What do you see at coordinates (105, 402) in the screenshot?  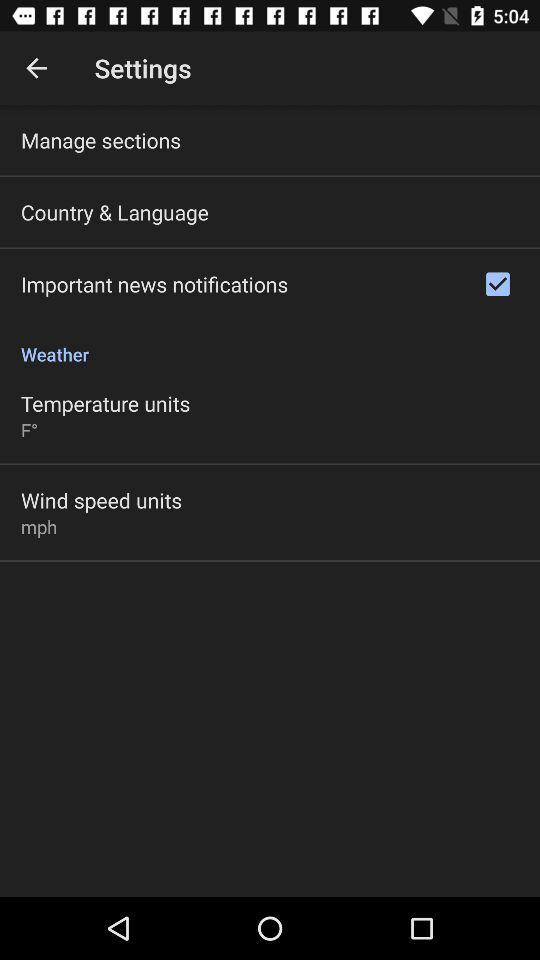 I see `the temperature units icon` at bounding box center [105, 402].